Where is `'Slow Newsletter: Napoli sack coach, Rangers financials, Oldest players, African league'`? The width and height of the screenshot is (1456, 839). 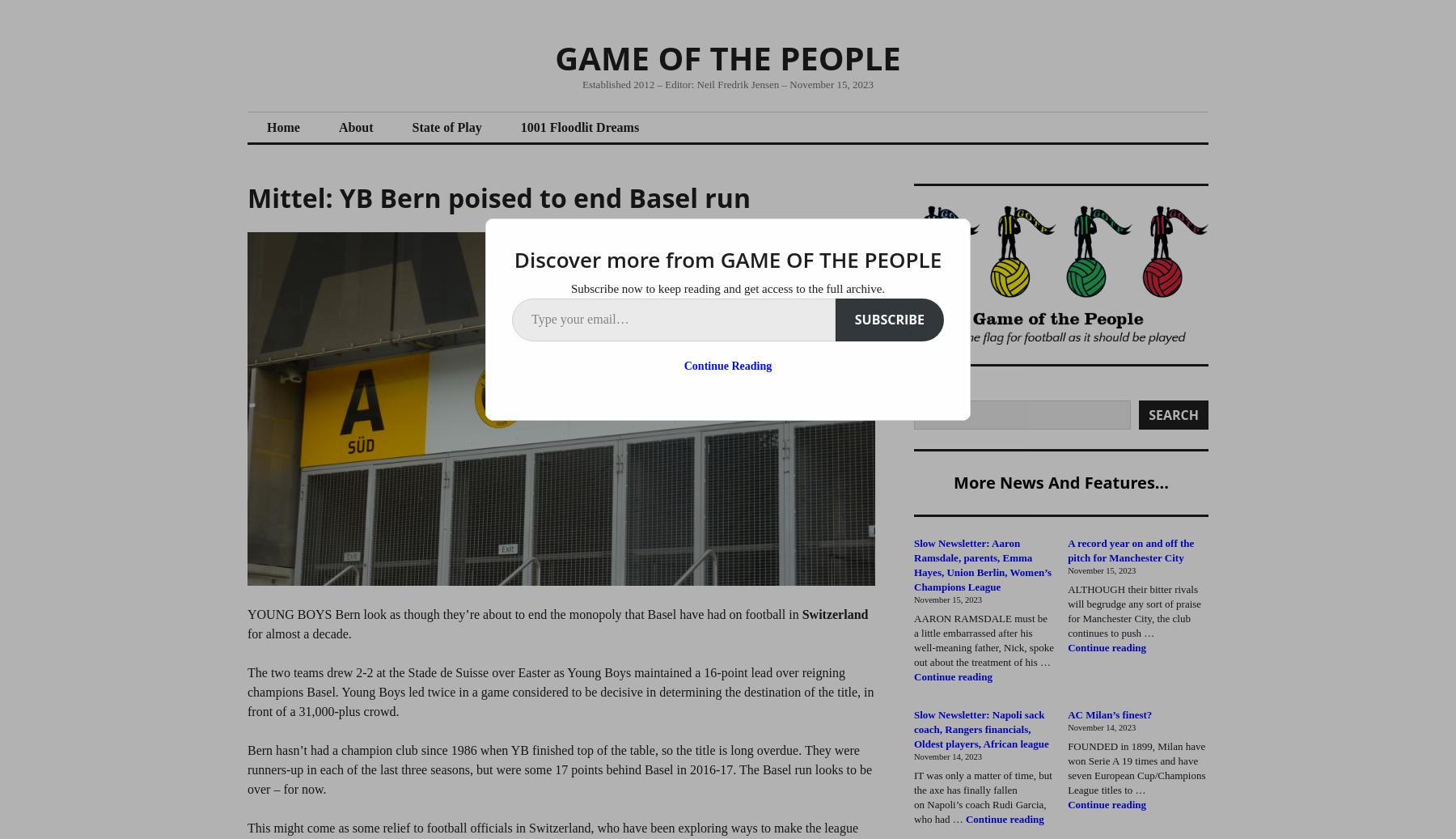 'Slow Newsletter: Napoli sack coach, Rangers financials, Oldest players, African league' is located at coordinates (980, 728).